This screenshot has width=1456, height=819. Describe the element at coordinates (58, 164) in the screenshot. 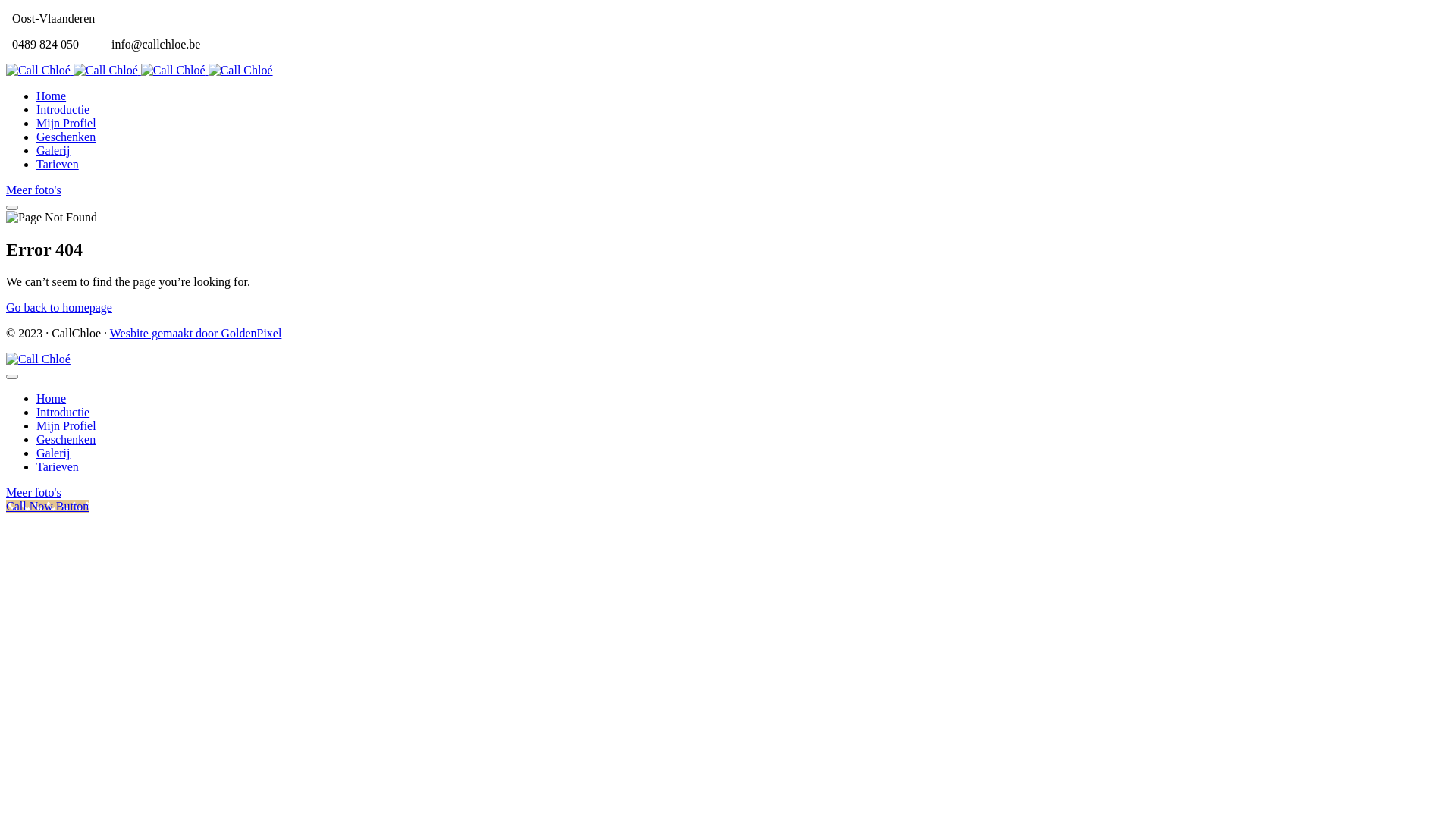

I see `'Tarieven'` at that location.